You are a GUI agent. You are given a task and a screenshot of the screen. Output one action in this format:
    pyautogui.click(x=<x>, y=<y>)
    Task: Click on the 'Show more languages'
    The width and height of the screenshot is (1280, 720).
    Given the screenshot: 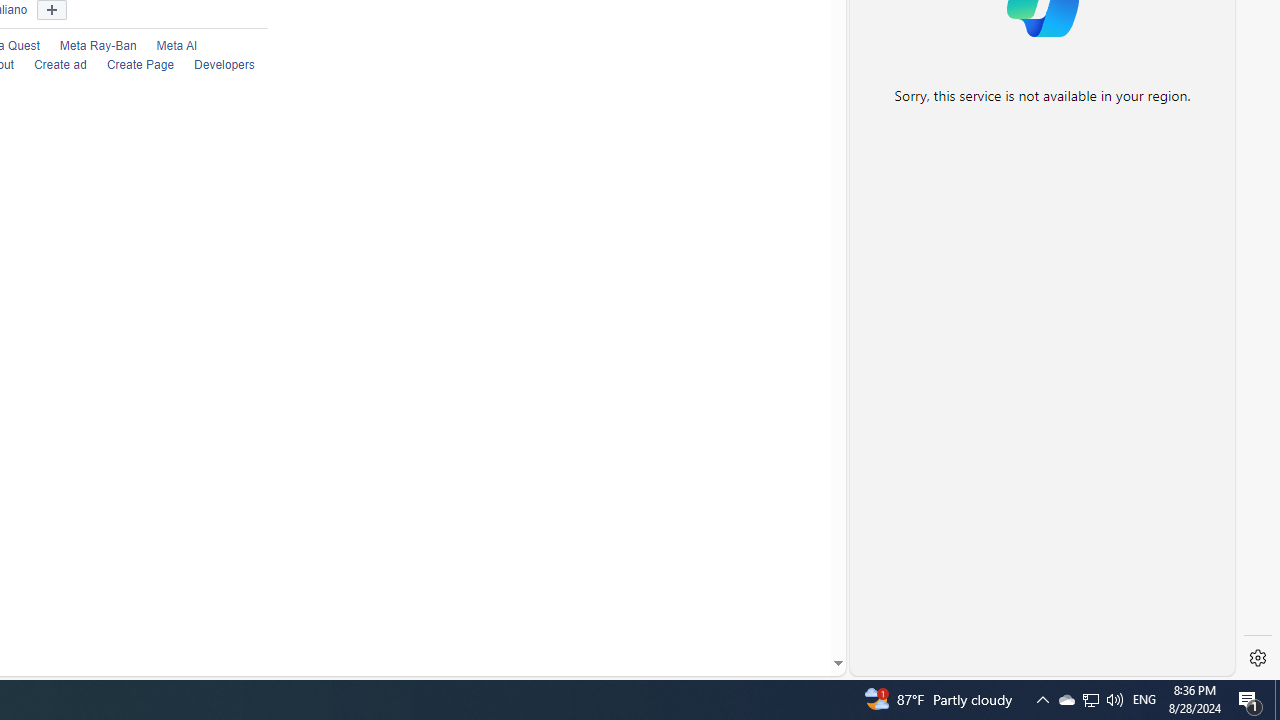 What is the action you would take?
    pyautogui.click(x=52, y=10)
    